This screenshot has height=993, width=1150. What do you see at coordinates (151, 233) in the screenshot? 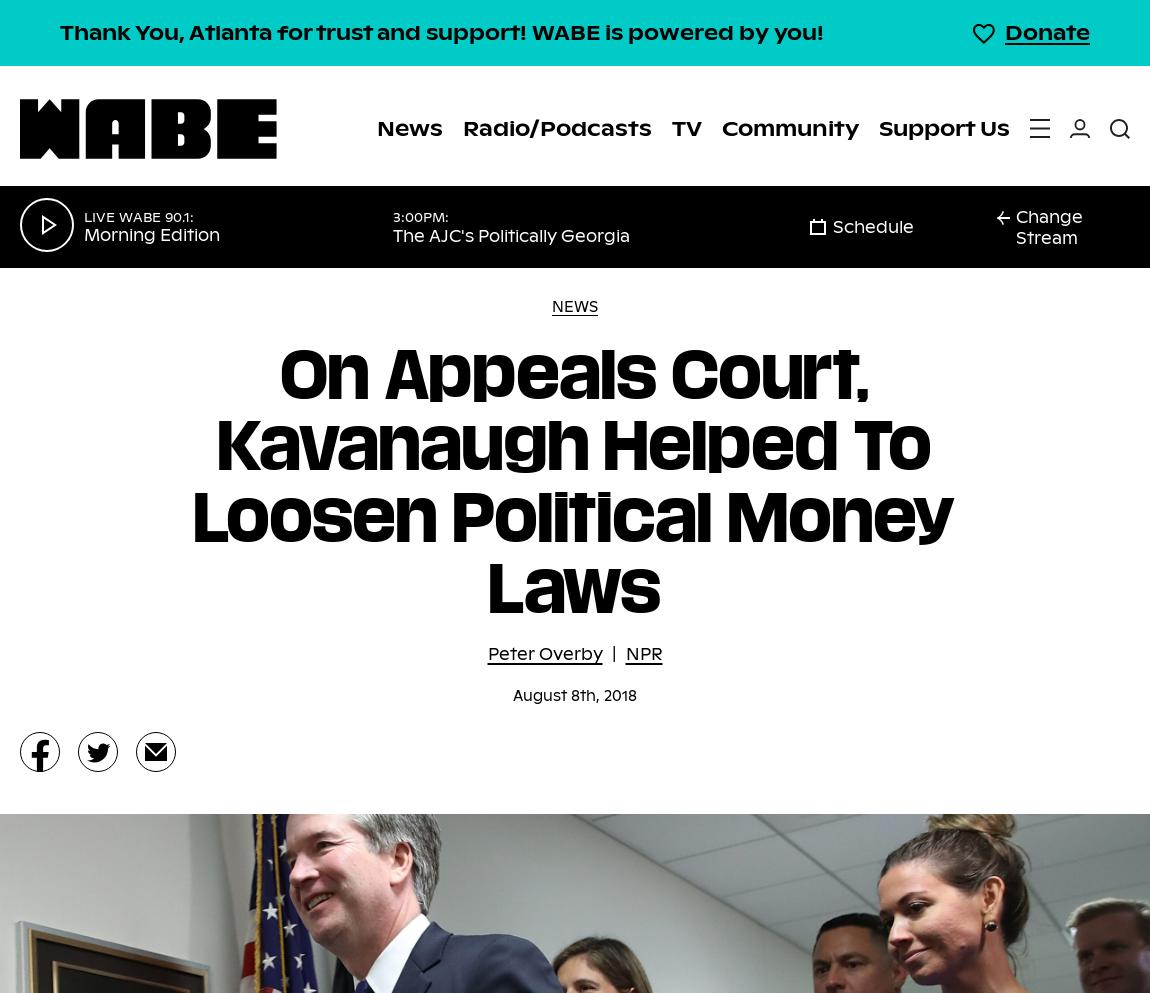
I see `'Morning Edition'` at bounding box center [151, 233].